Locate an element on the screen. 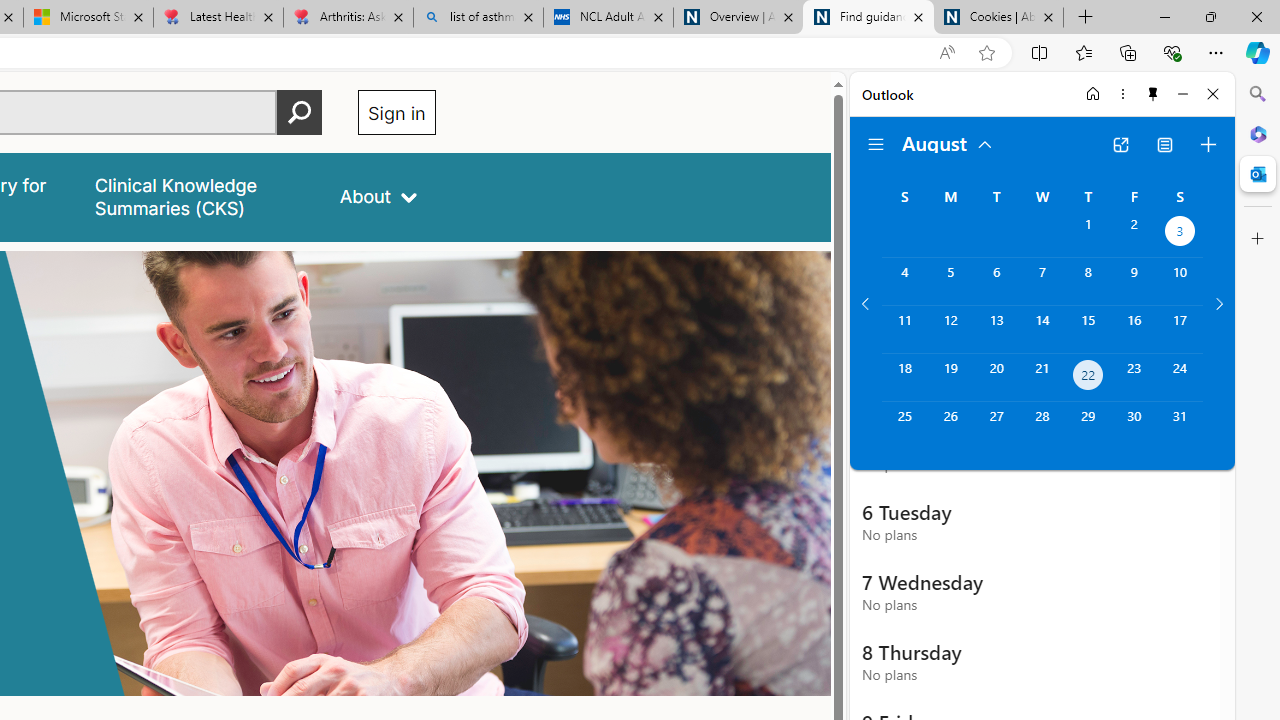 This screenshot has height=720, width=1280. 'Wednesday, August 21, 2024. ' is located at coordinates (1041, 377).